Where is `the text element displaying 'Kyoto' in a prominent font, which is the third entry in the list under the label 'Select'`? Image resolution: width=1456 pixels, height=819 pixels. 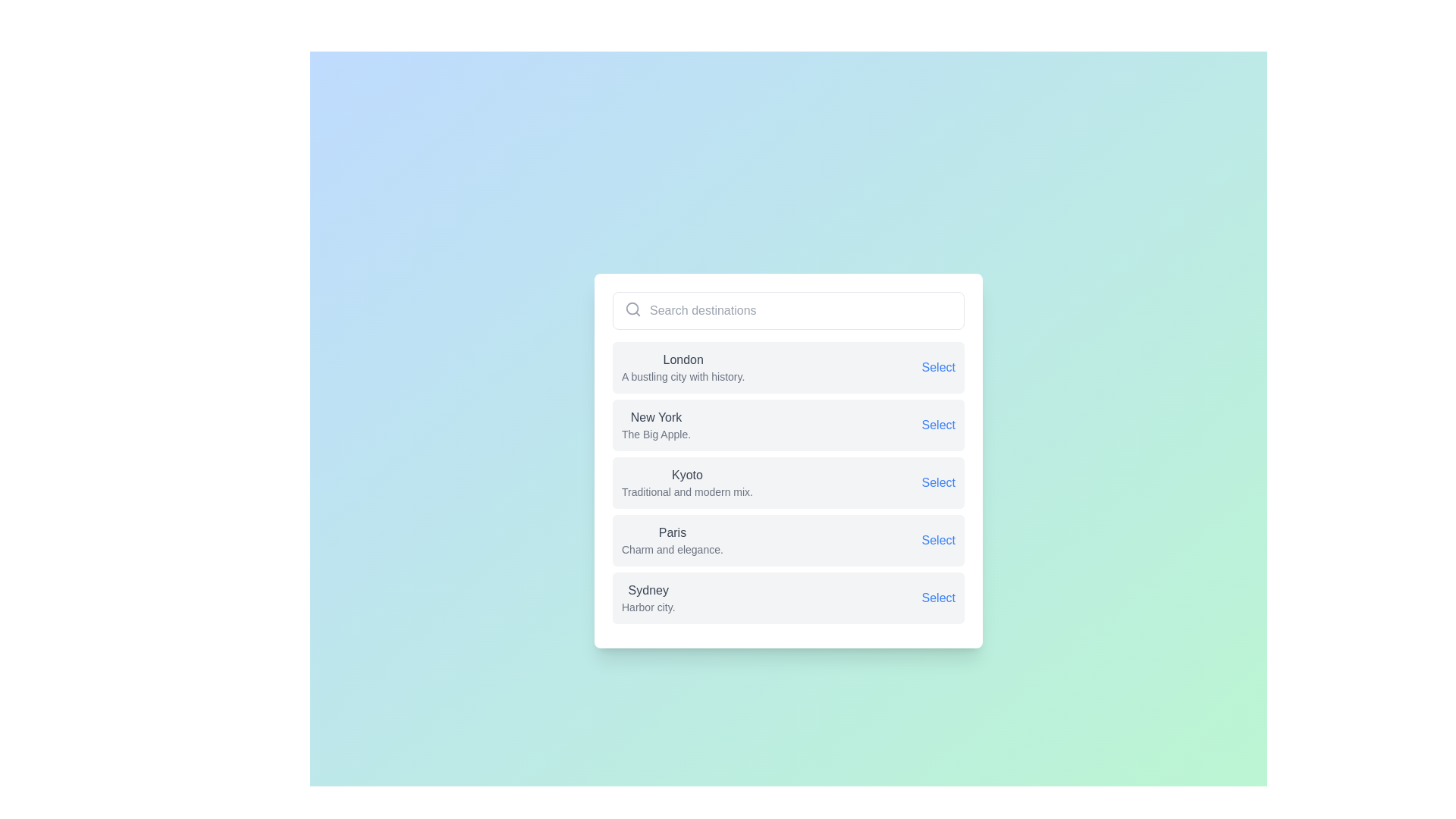 the text element displaying 'Kyoto' in a prominent font, which is the third entry in the list under the label 'Select' is located at coordinates (686, 482).